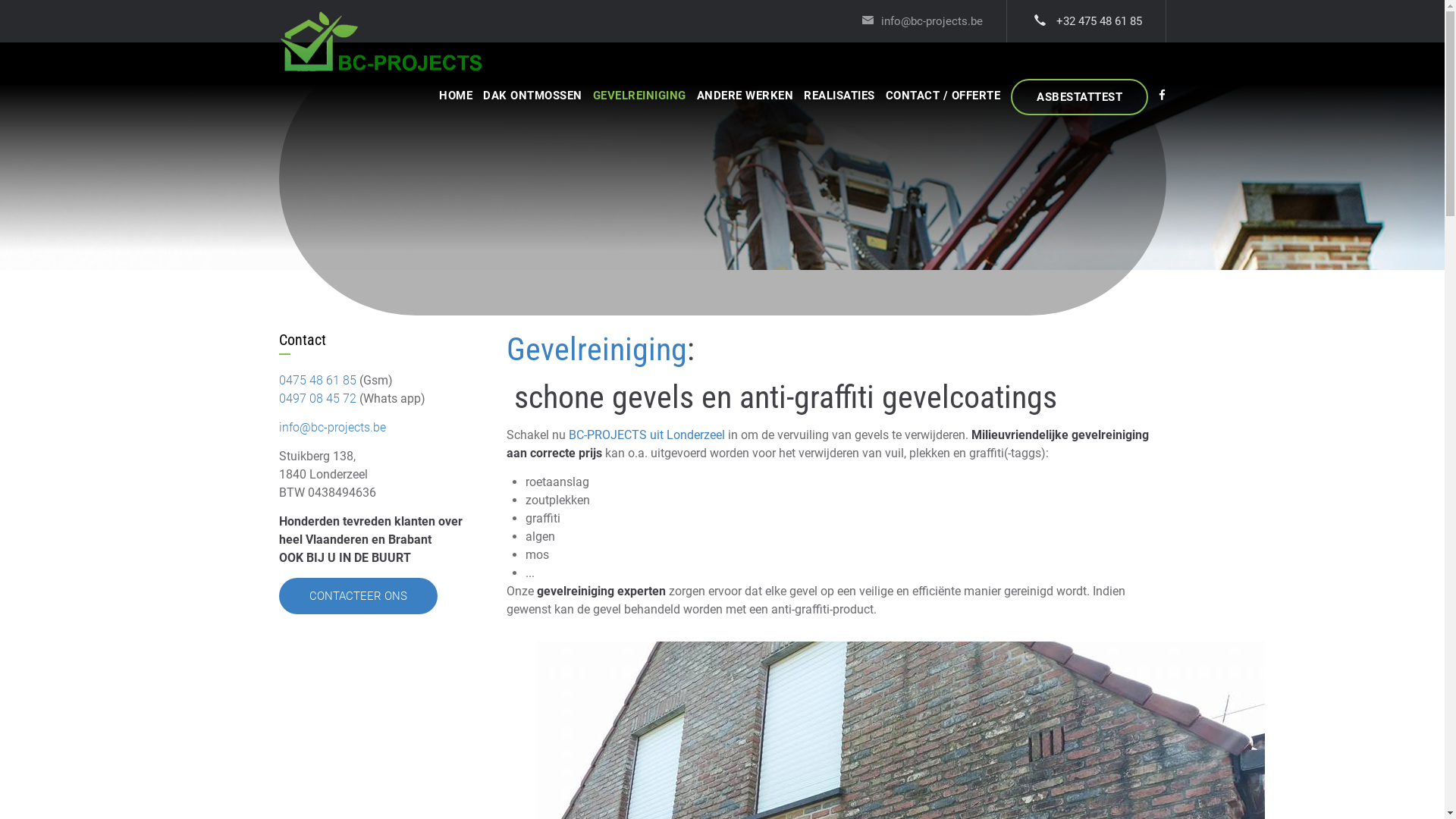  I want to click on 'BC-PROJECTS uit Londerzeel', so click(647, 435).